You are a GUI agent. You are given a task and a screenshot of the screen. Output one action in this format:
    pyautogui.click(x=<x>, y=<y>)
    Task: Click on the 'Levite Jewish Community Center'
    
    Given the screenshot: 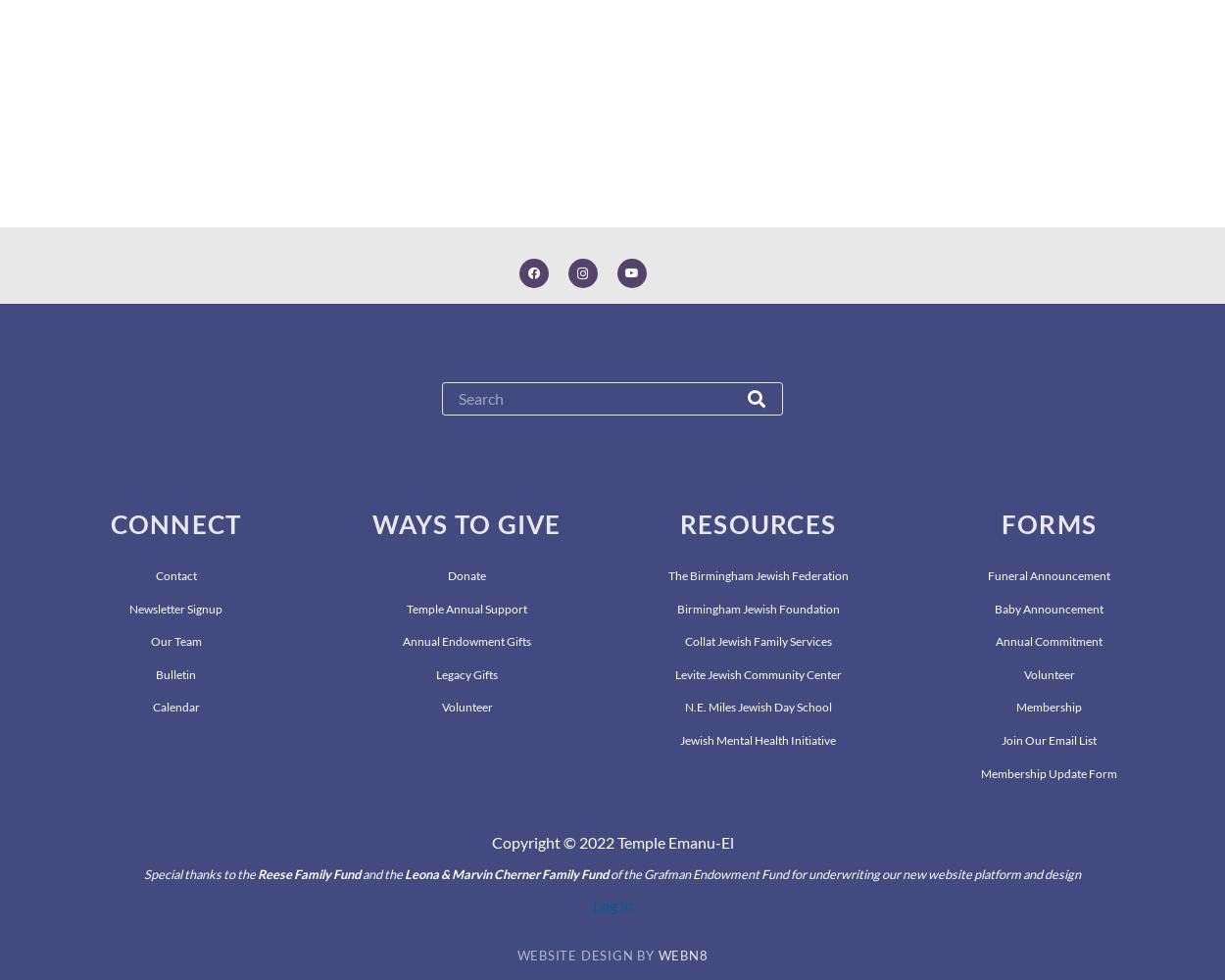 What is the action you would take?
    pyautogui.click(x=757, y=673)
    